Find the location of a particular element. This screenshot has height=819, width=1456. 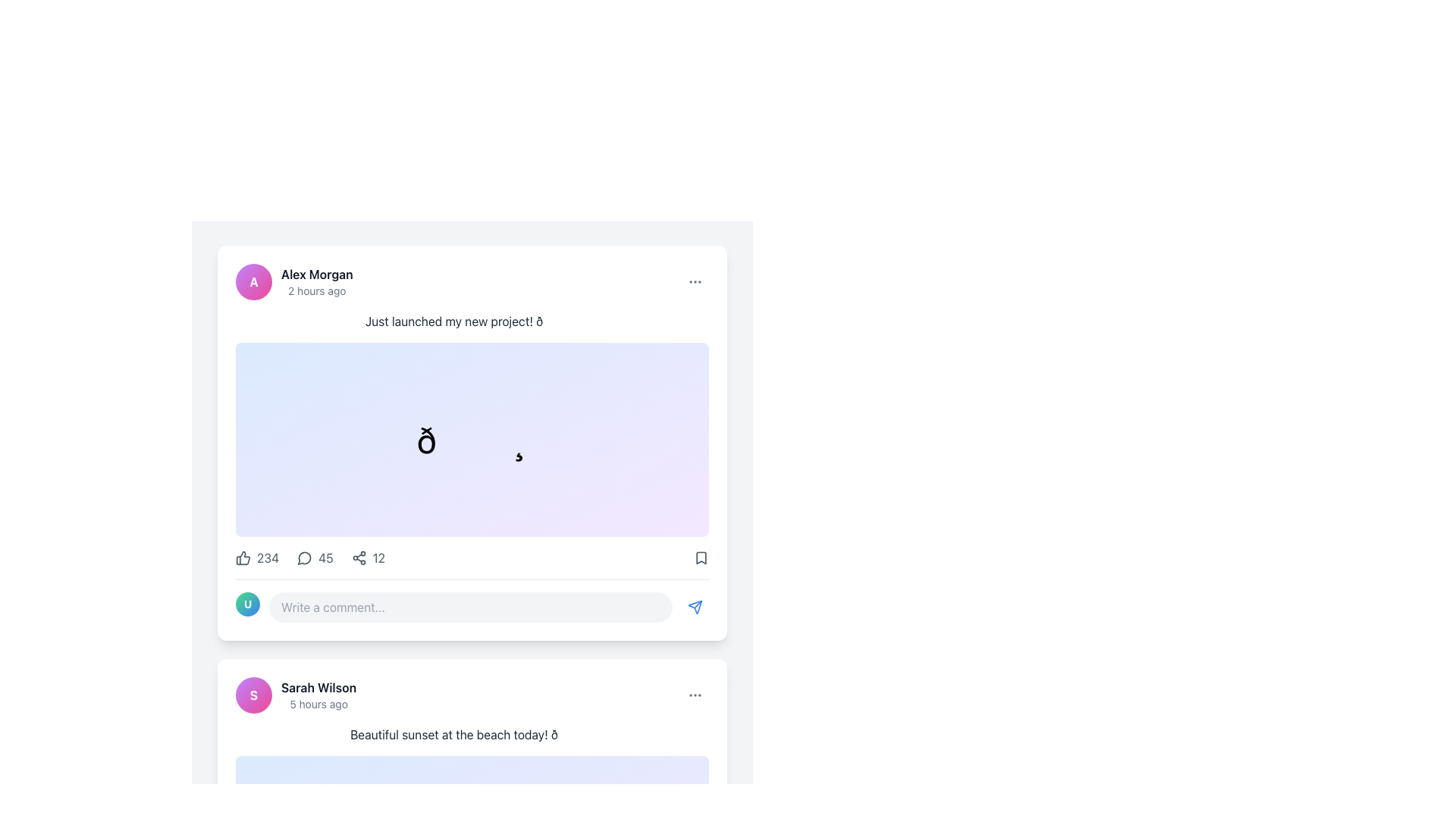

the minimalist share icon located between the comment icon and the numeric display of shares in the post interaction section to initiate sharing functionality is located at coordinates (358, 558).